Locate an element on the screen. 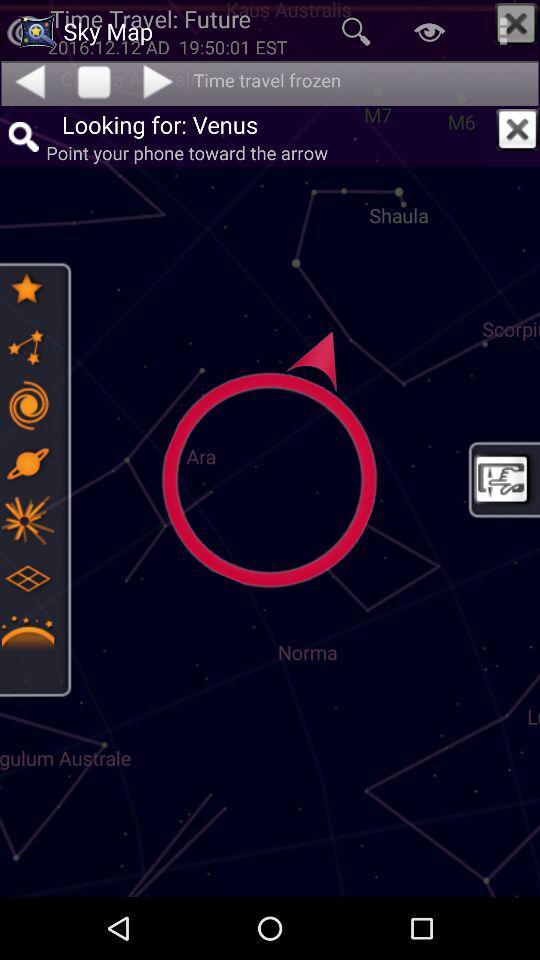 The height and width of the screenshot is (960, 540). the close icon is located at coordinates (517, 128).